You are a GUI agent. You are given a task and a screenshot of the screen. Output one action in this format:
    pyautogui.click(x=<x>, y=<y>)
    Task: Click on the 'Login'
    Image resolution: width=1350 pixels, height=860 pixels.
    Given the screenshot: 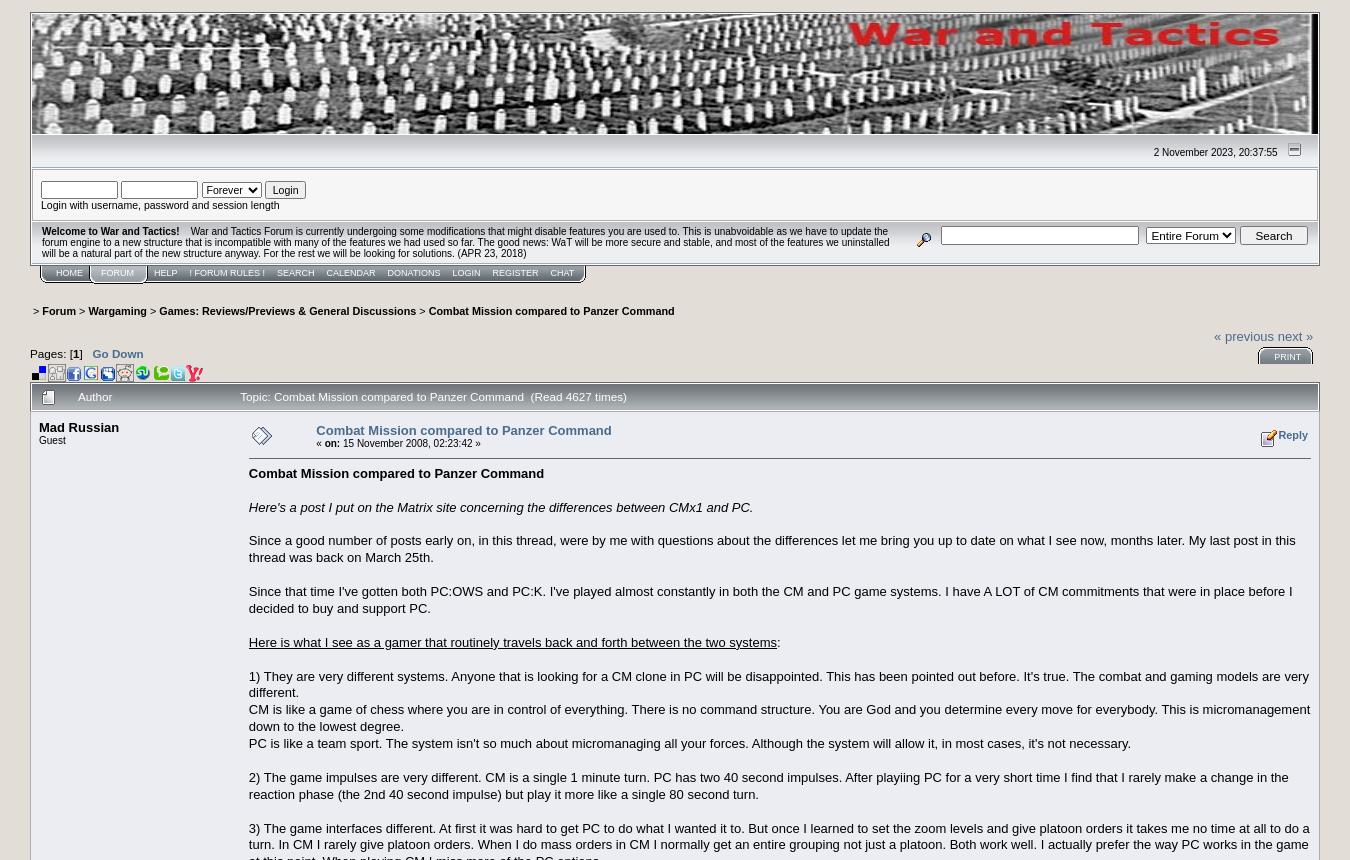 What is the action you would take?
    pyautogui.click(x=465, y=271)
    